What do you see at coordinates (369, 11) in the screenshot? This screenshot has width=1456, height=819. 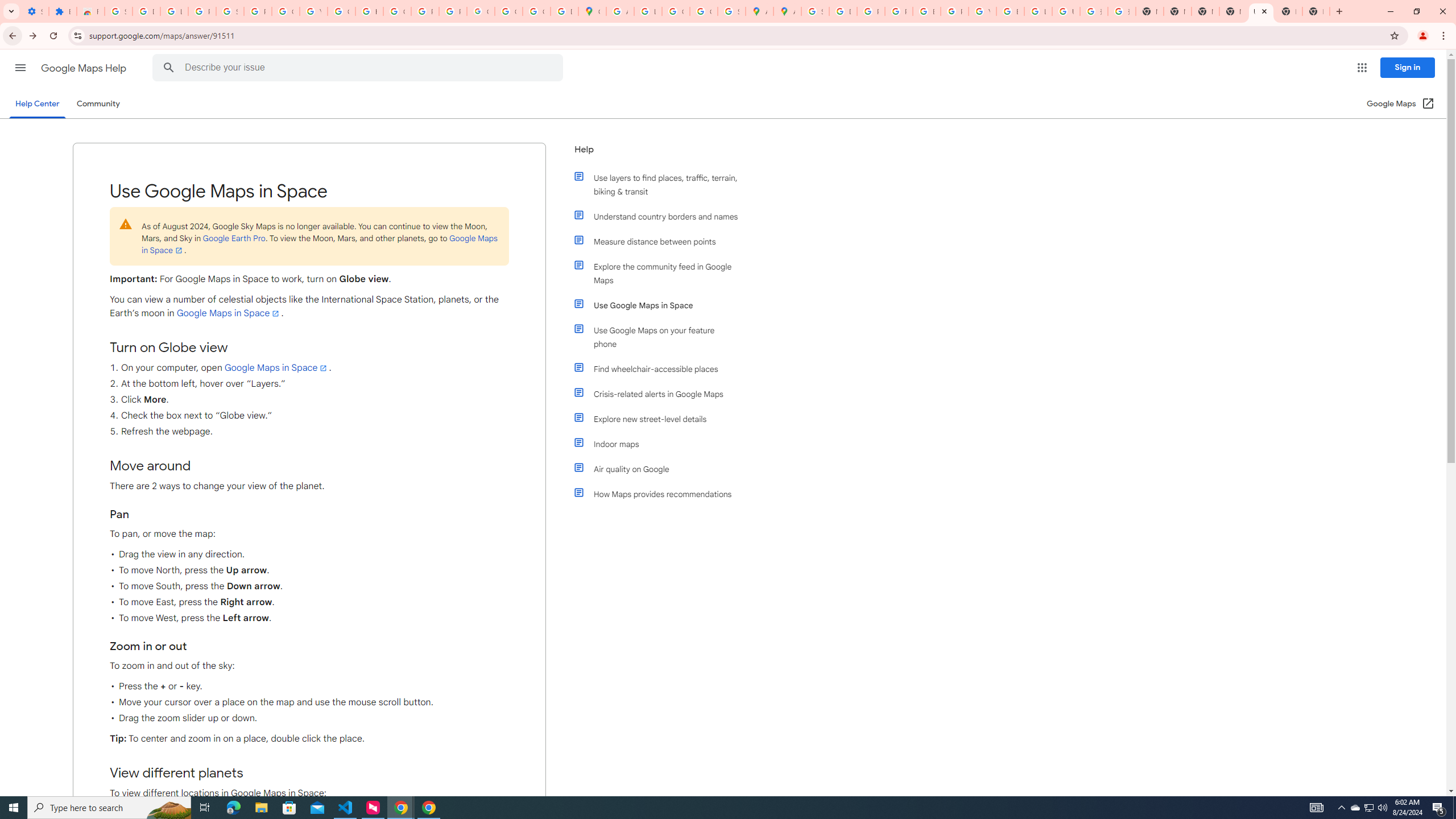 I see `'https://scholar.google.com/'` at bounding box center [369, 11].